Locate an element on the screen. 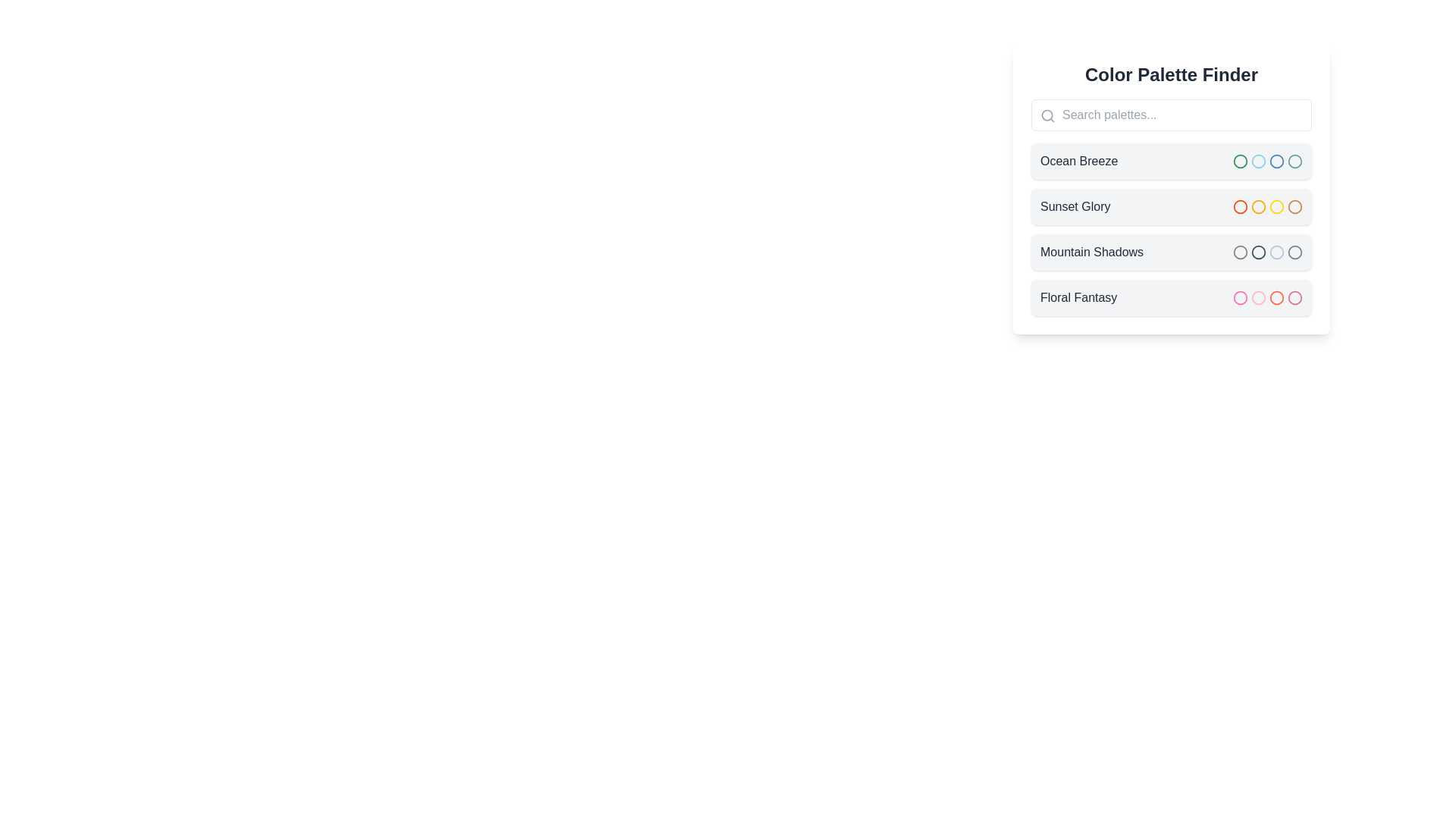  the fourth circular icon in the 'Mountain Shadows' color palette located on the right-side panel is located at coordinates (1294, 251).